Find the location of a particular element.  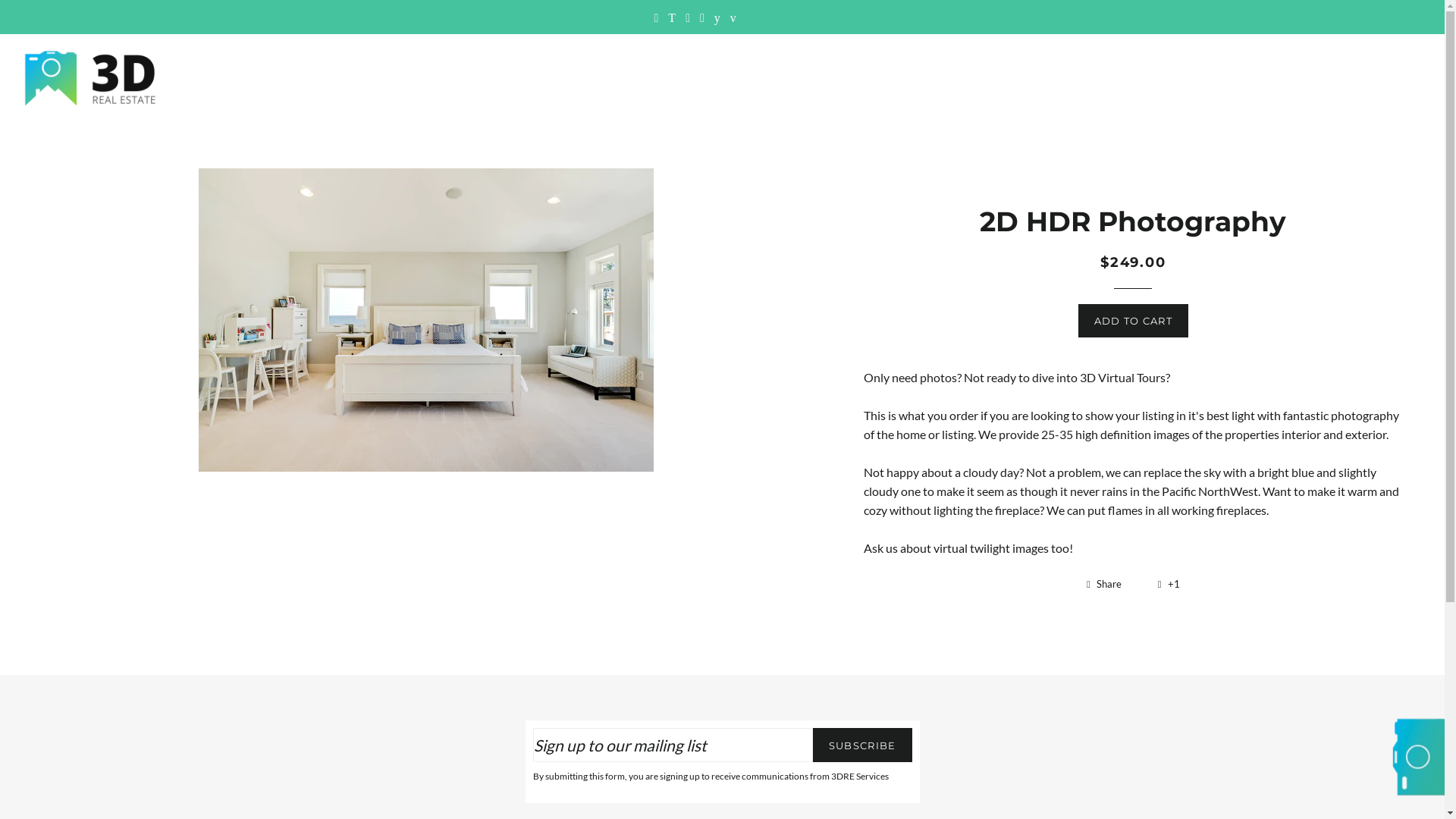

'3DRE Services on Facebook' is located at coordinates (655, 17).